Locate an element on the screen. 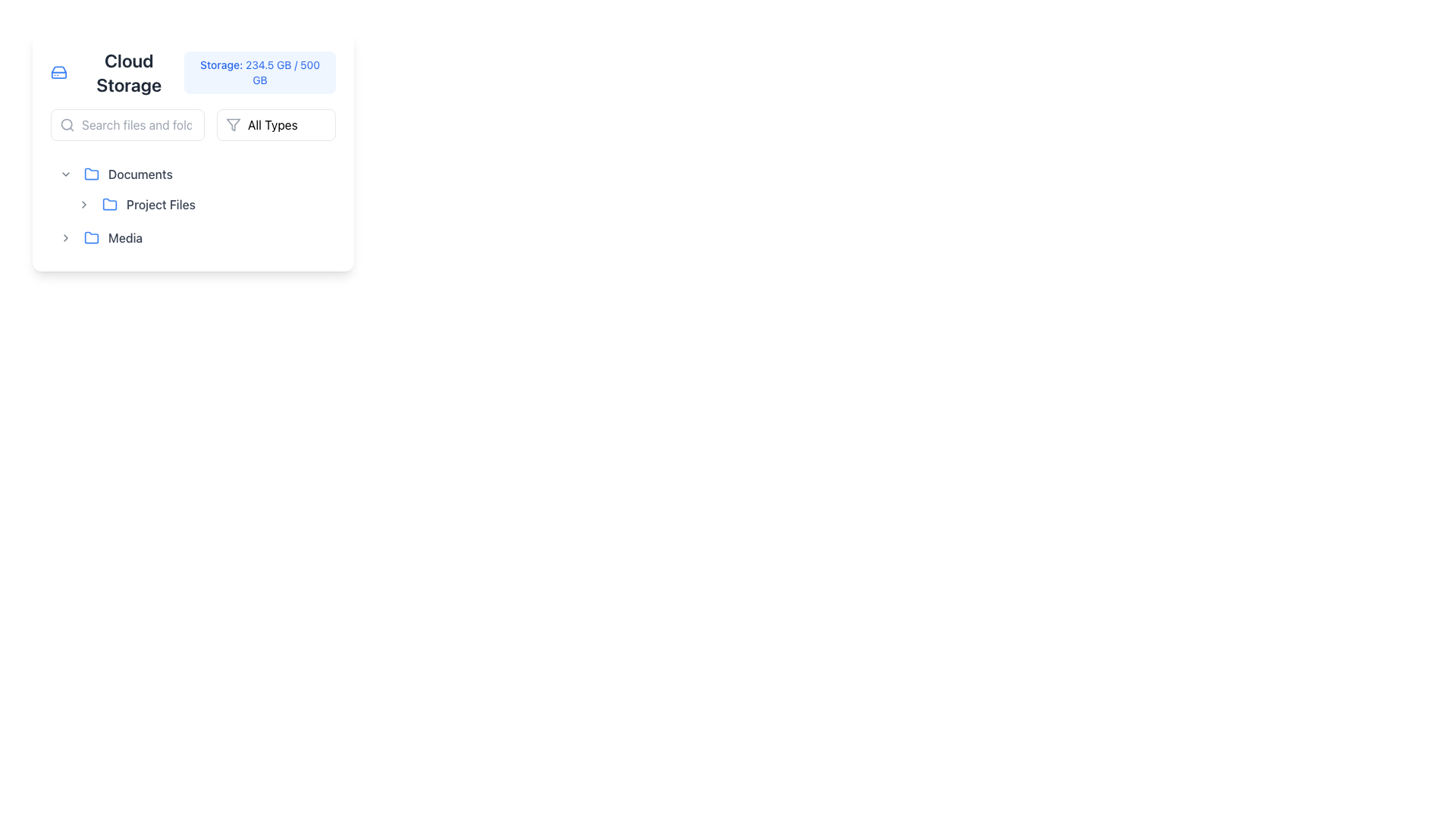 This screenshot has width=1456, height=819. the 'Media' folder item is located at coordinates (134, 237).